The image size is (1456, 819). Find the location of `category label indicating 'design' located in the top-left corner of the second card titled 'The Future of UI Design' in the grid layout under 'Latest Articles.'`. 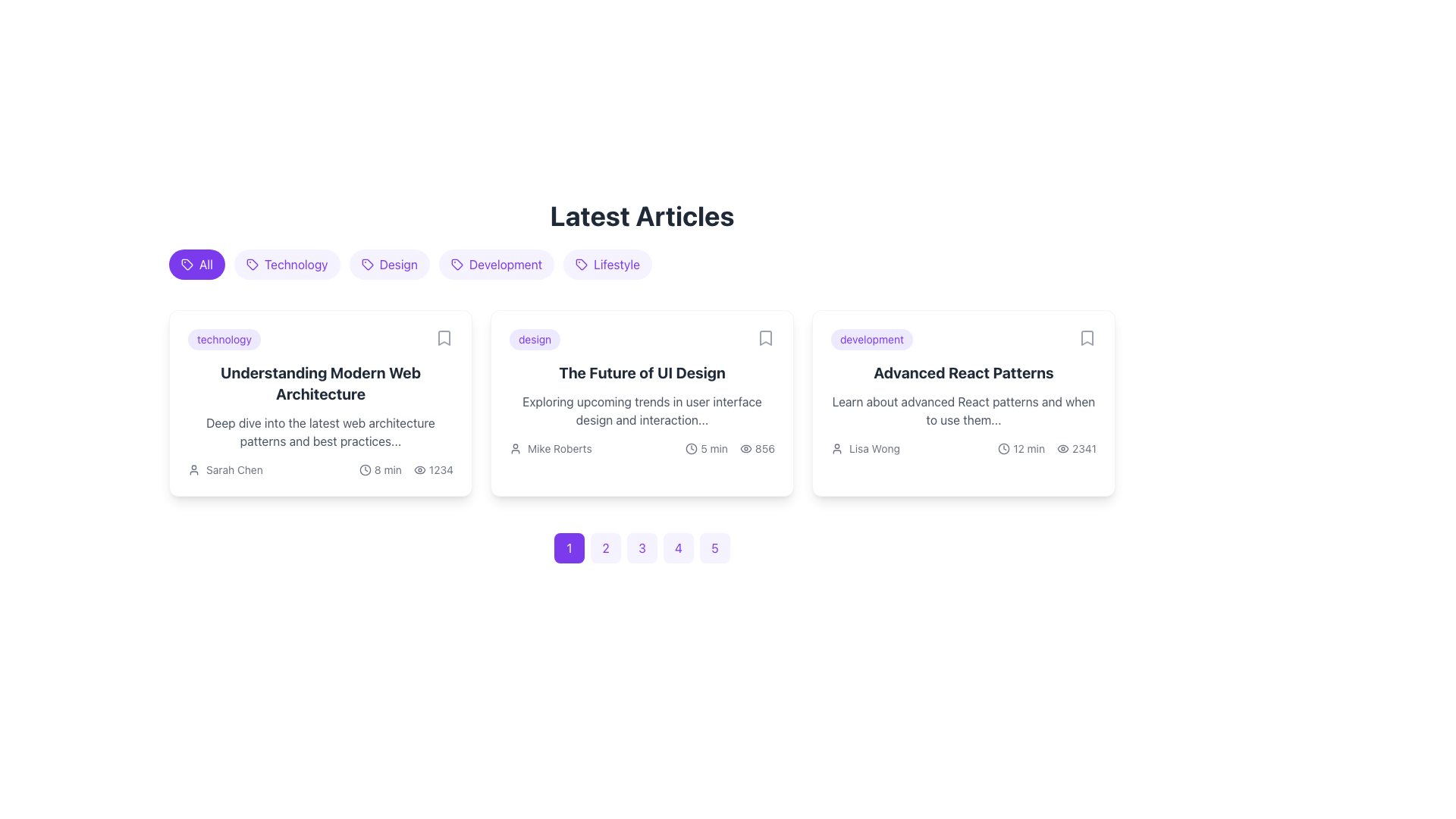

category label indicating 'design' located in the top-left corner of the second card titled 'The Future of UI Design' in the grid layout under 'Latest Articles.' is located at coordinates (535, 338).